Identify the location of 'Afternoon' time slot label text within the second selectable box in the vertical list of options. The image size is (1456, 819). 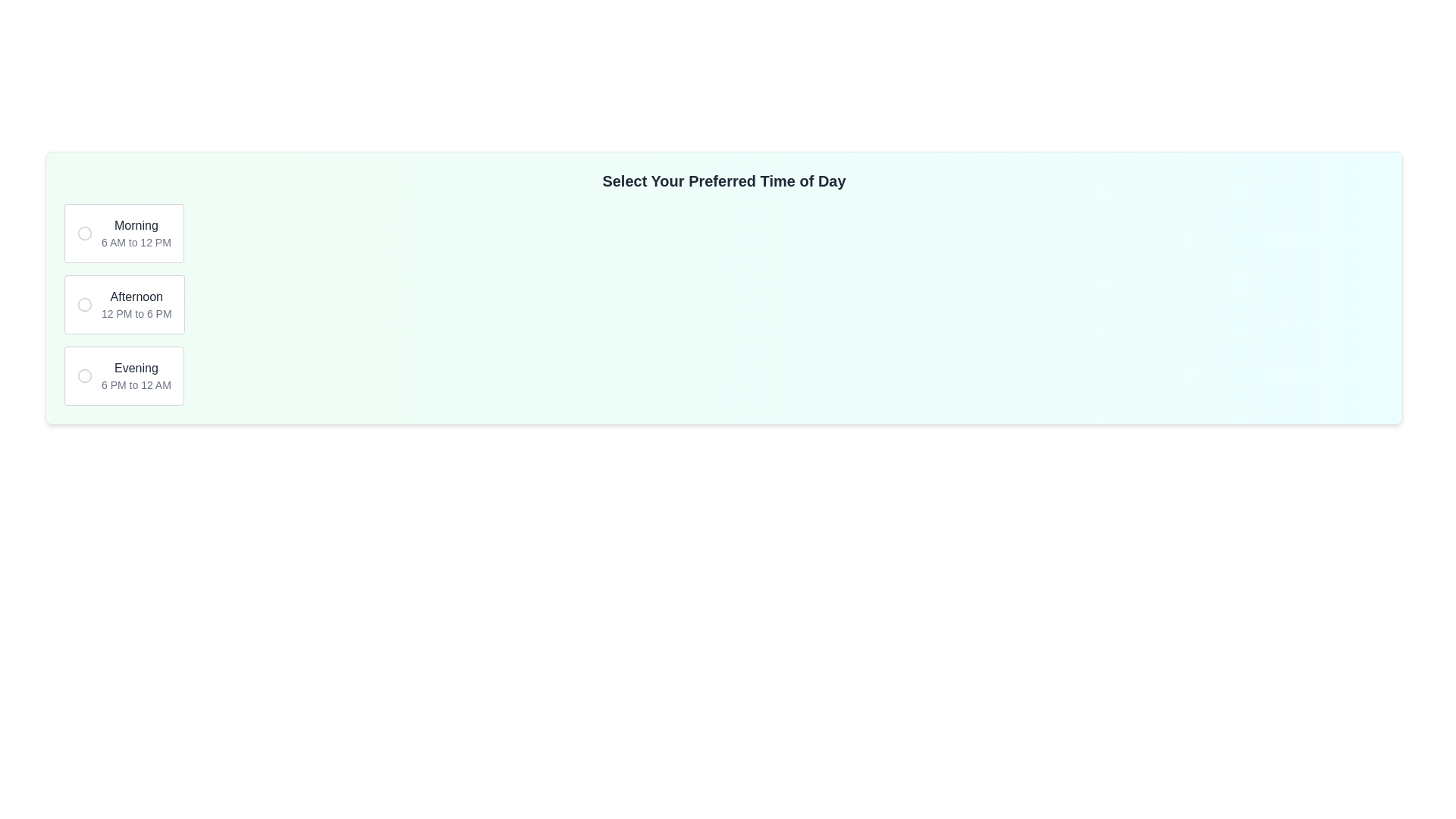
(136, 304).